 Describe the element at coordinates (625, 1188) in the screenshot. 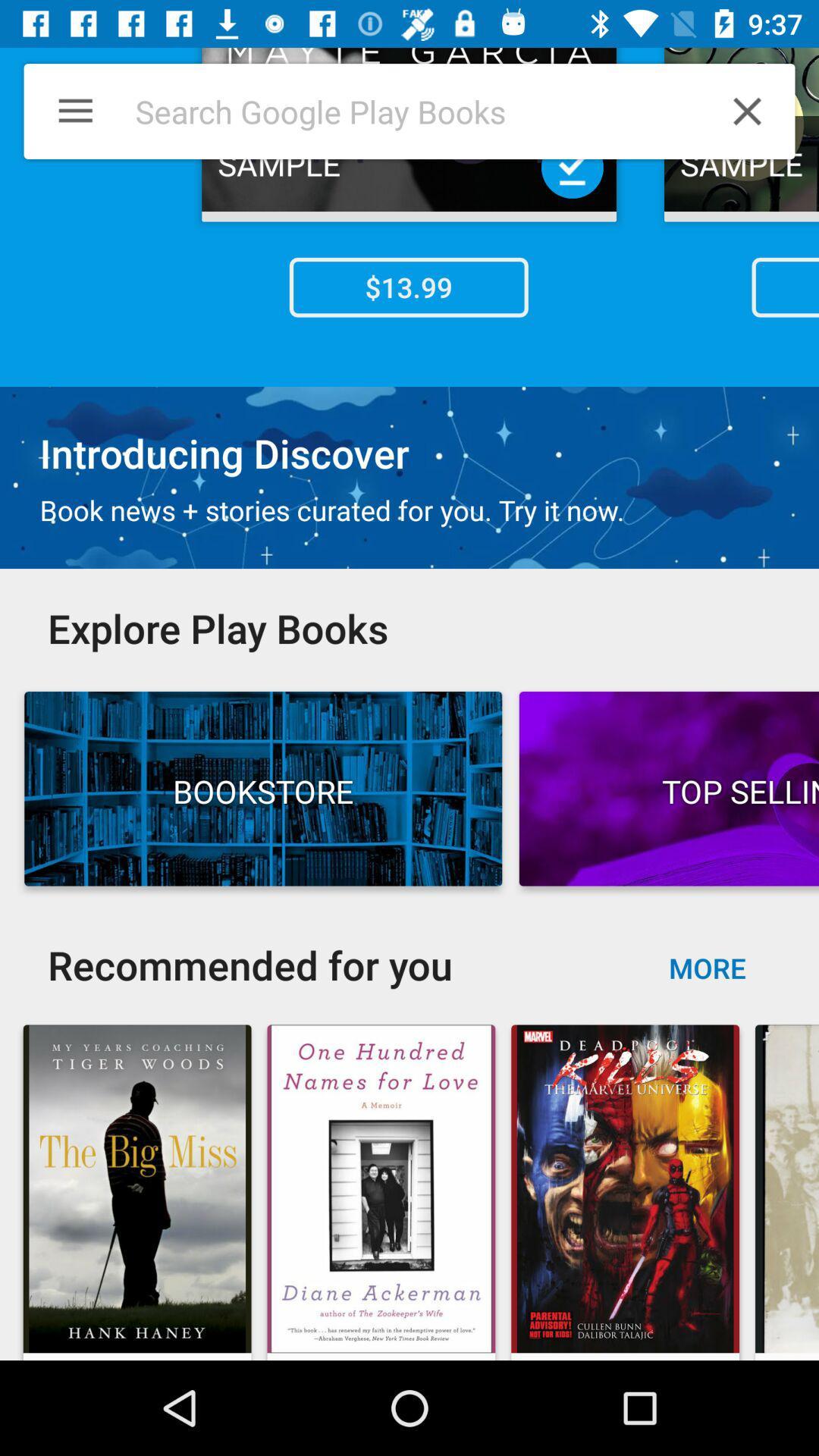

I see `the image below the button more on the web page` at that location.